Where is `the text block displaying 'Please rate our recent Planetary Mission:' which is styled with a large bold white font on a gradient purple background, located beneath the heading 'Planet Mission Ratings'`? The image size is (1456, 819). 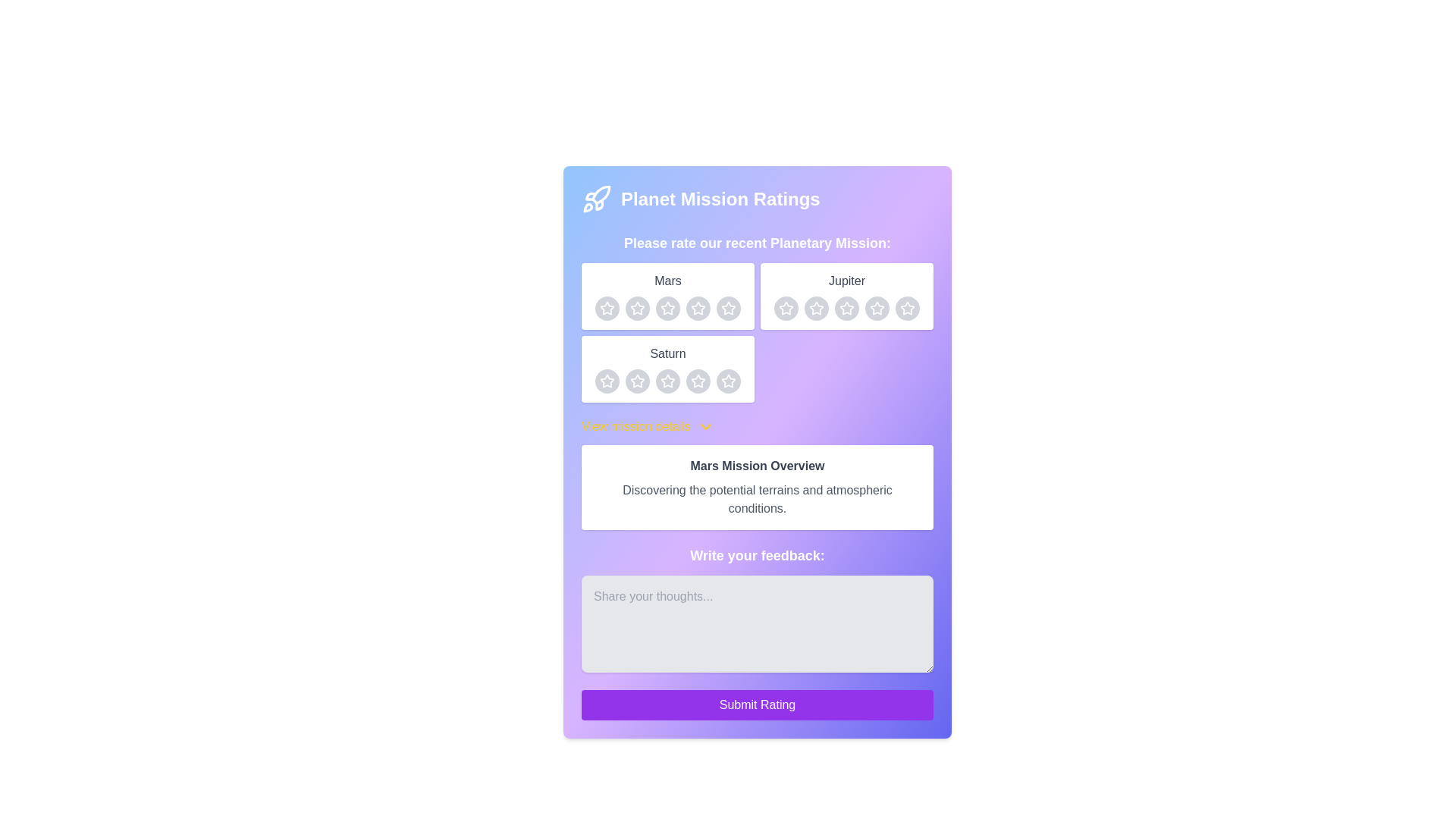
the text block displaying 'Please rate our recent Planetary Mission:' which is styled with a large bold white font on a gradient purple background, located beneath the heading 'Planet Mission Ratings' is located at coordinates (757, 242).